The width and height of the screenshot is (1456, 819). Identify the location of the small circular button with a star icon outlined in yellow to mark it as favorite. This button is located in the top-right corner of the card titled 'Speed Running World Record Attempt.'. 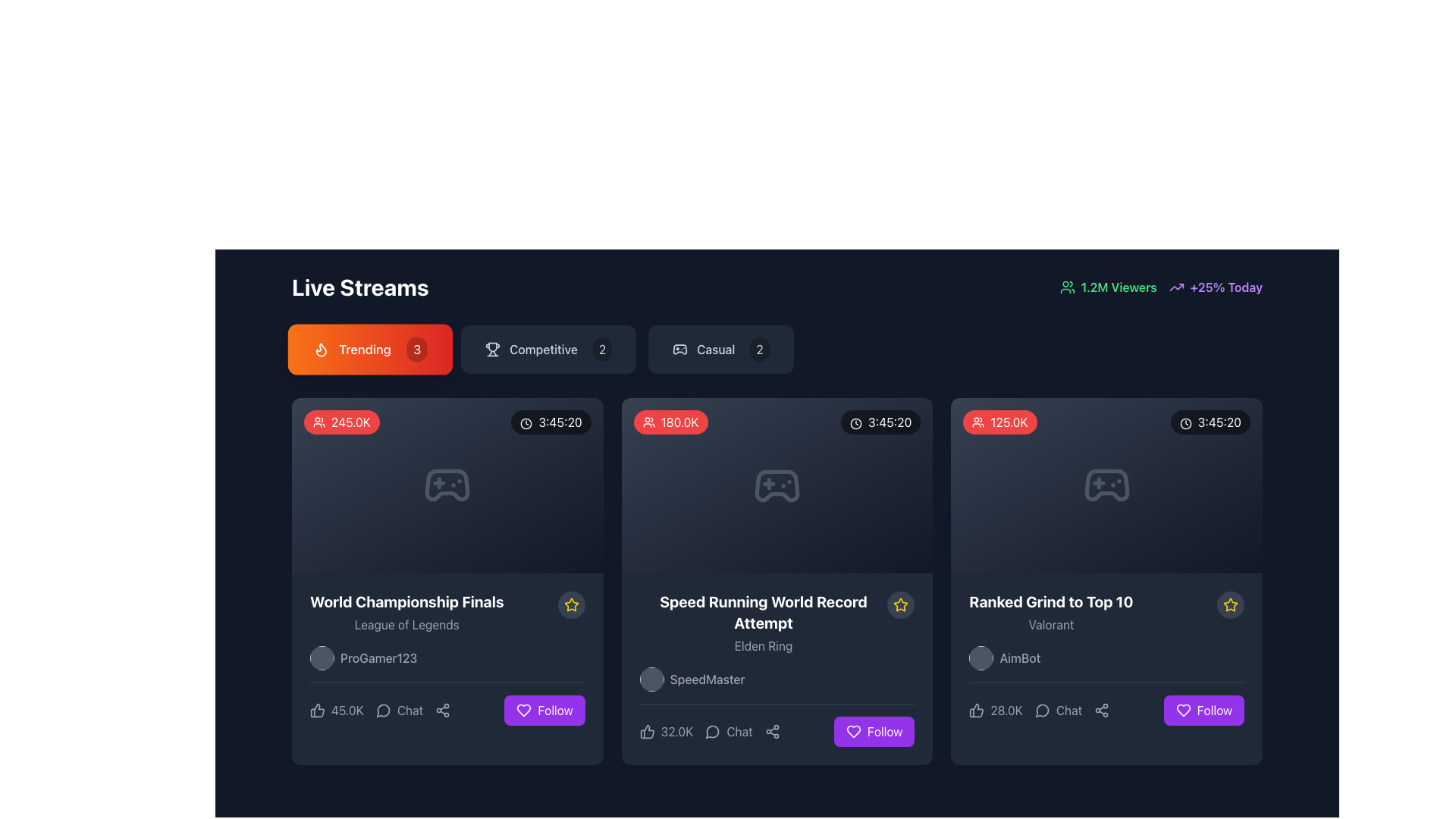
(901, 604).